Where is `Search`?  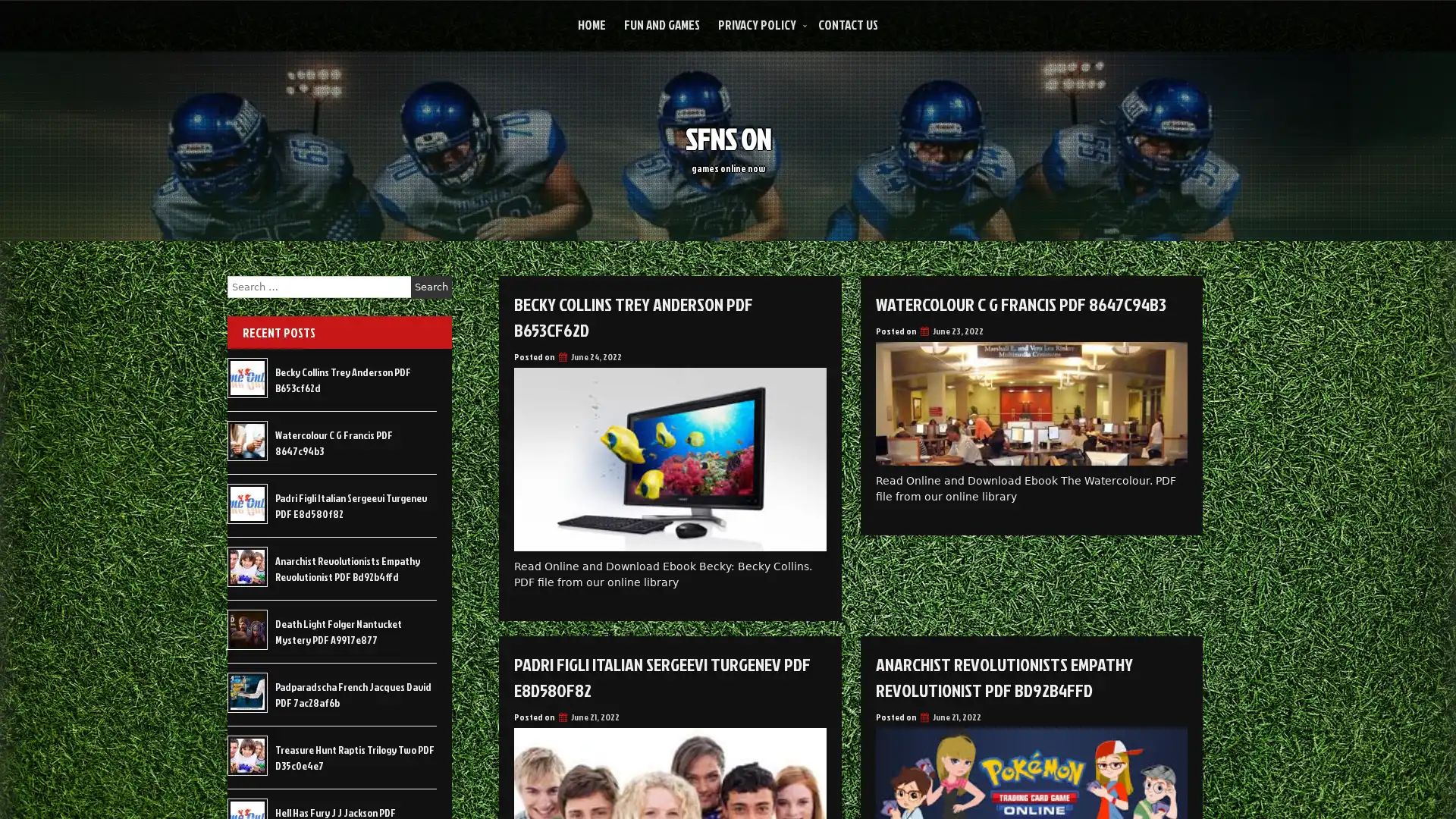
Search is located at coordinates (431, 287).